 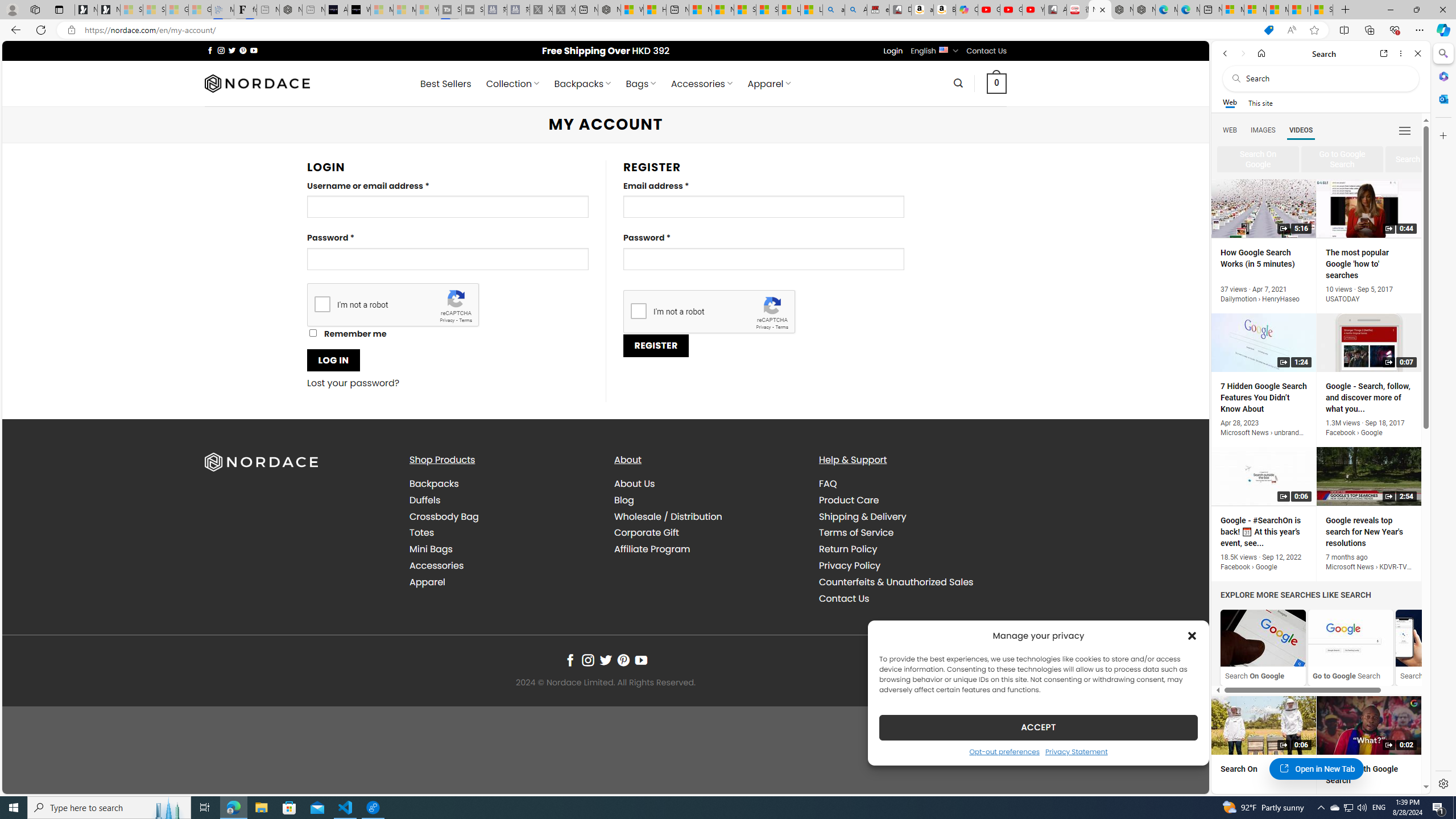 What do you see at coordinates (431, 549) in the screenshot?
I see `'Mini Bags'` at bounding box center [431, 549].